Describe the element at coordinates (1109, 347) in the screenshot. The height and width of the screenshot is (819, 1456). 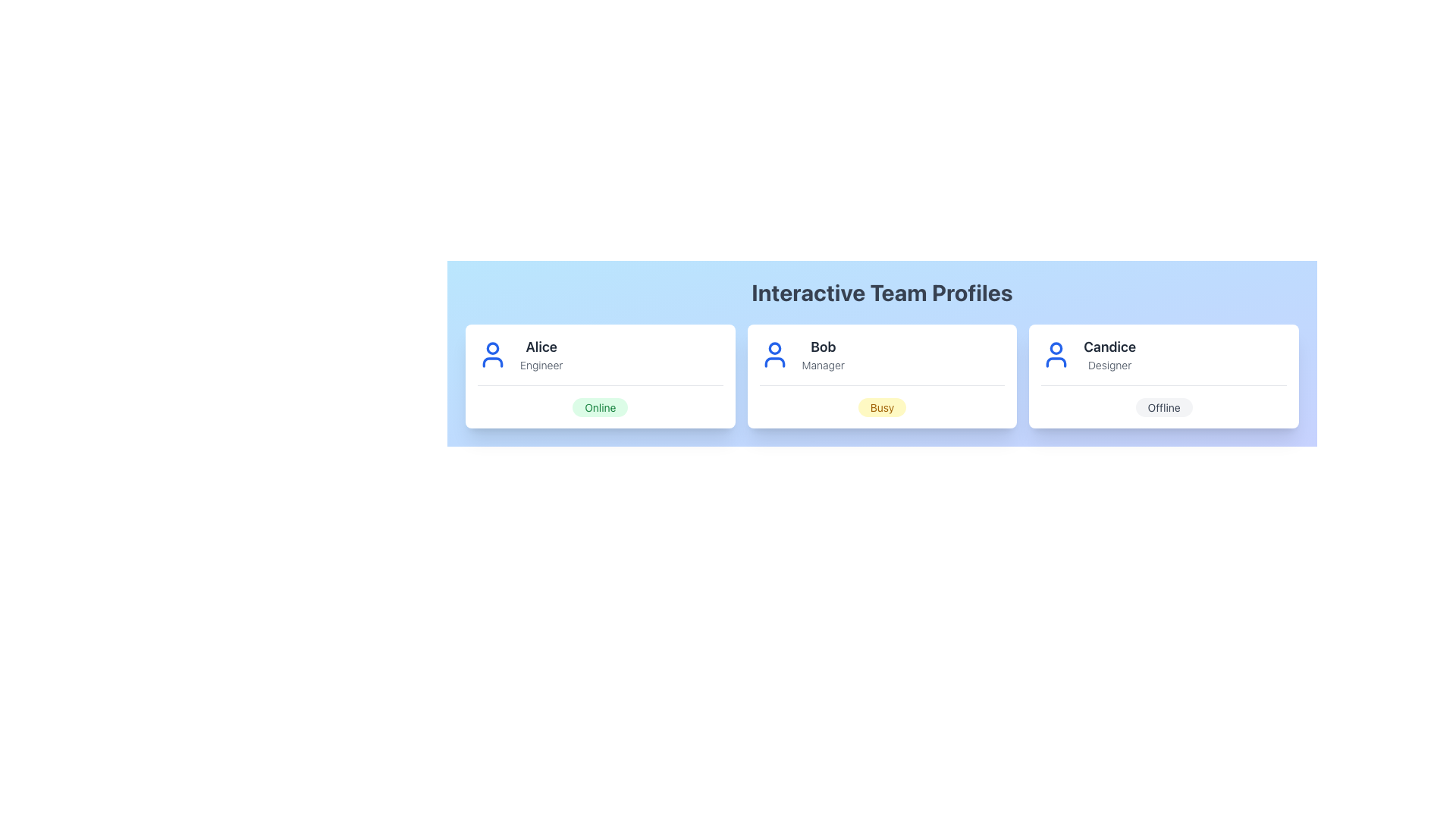
I see `the text label displaying the name 'Candice', which is positioned at the top of the rightmost card, above the subtitle 'Designer' and next to the blue profile icon` at that location.